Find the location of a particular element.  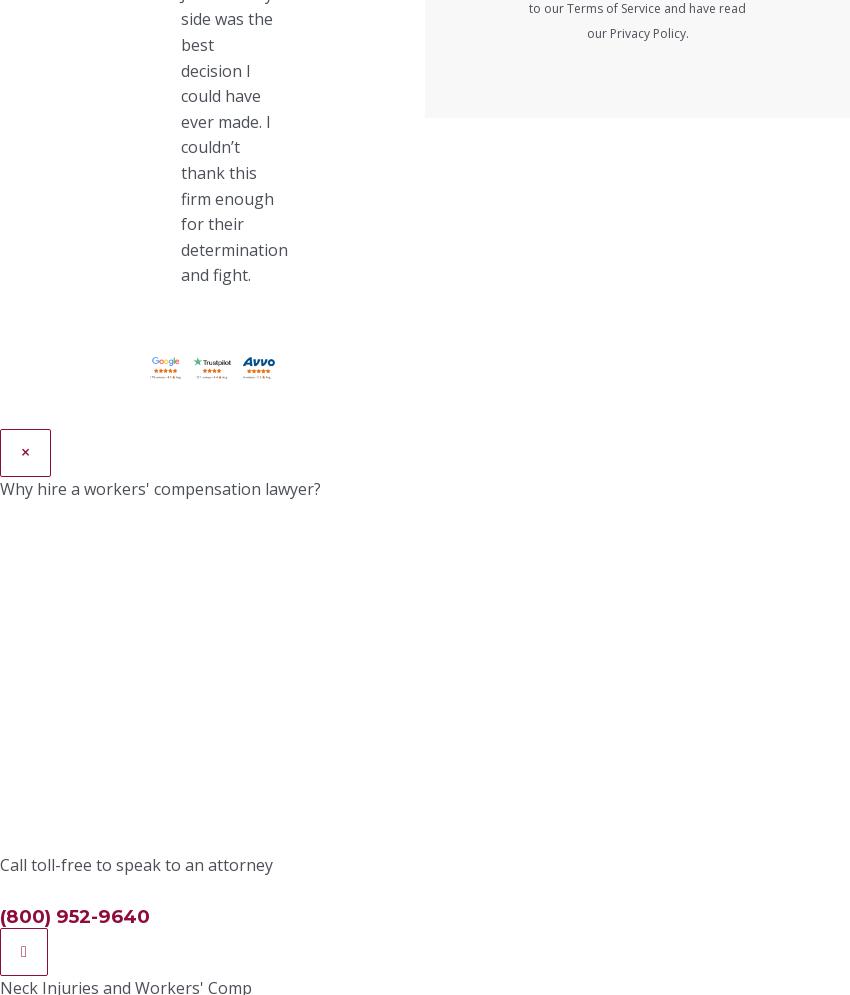

'Weekly pay for lost wages while you cannot work' is located at coordinates (271, 220).